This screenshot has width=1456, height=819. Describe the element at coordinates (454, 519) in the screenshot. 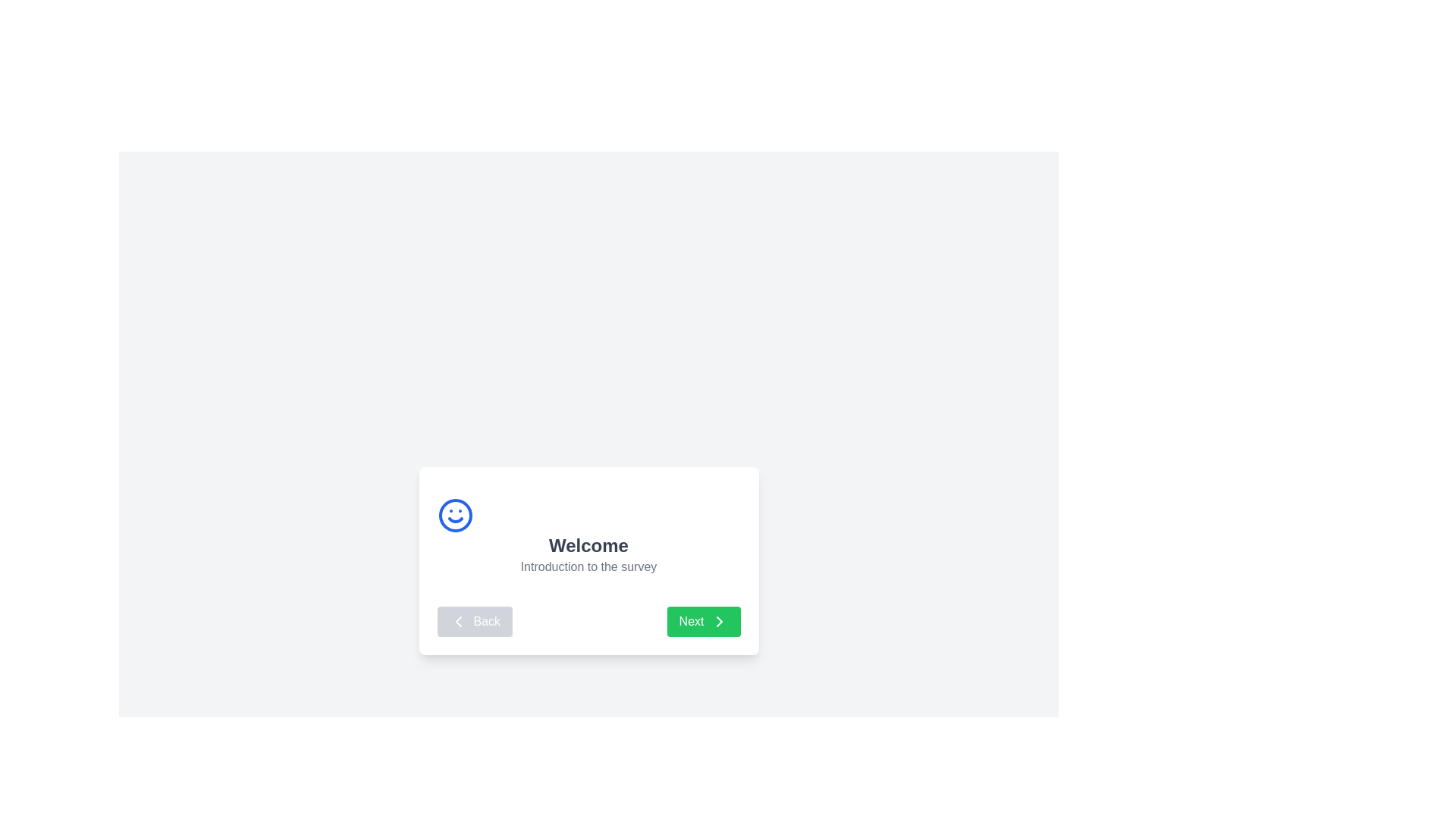

I see `the curved, red line within the SVG graphic that represents a smile in an emoticon, located at the top-left corner of a card interface` at that location.